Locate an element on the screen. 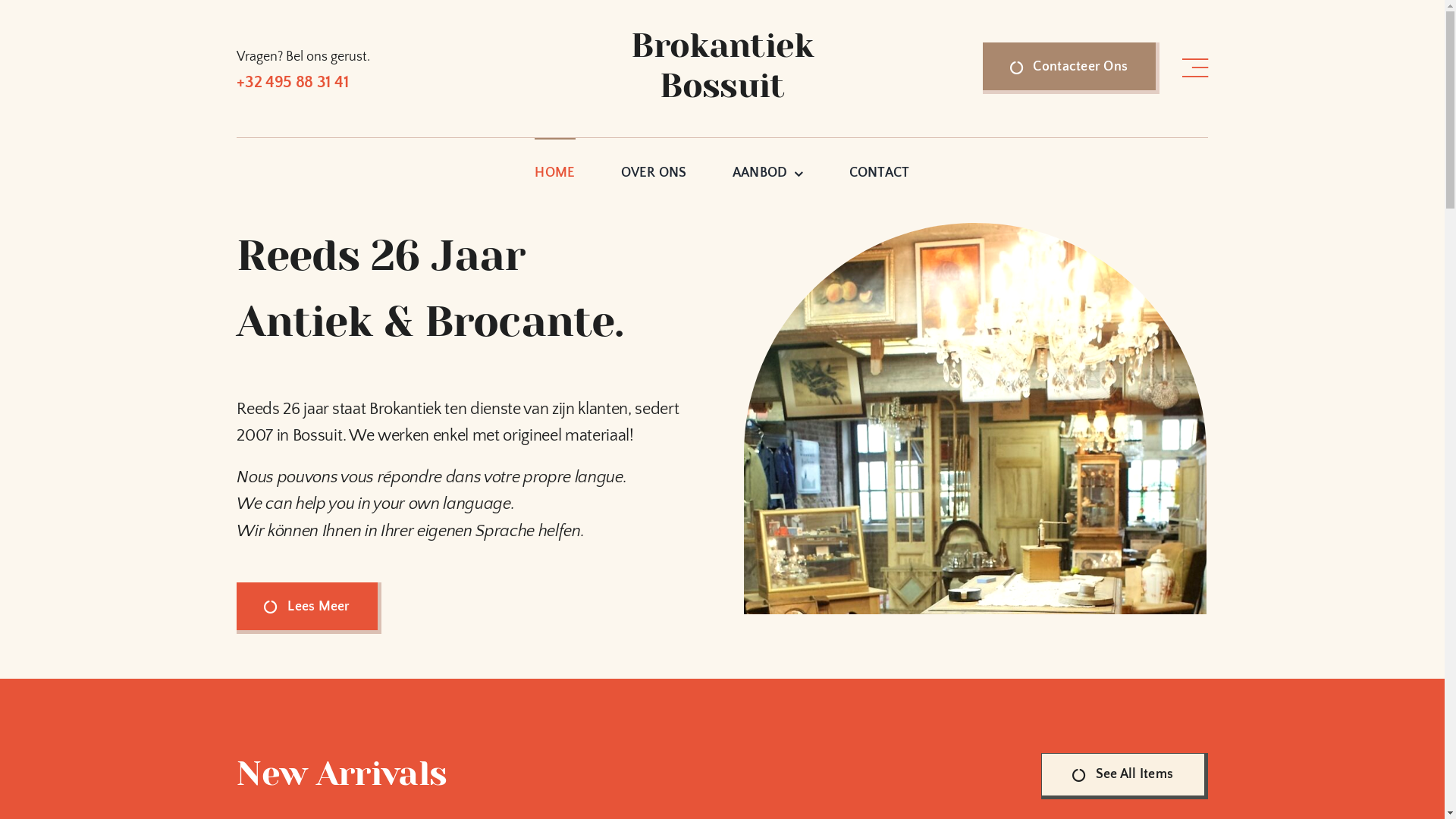 This screenshot has width=1456, height=819. 'See All Items' is located at coordinates (1125, 776).